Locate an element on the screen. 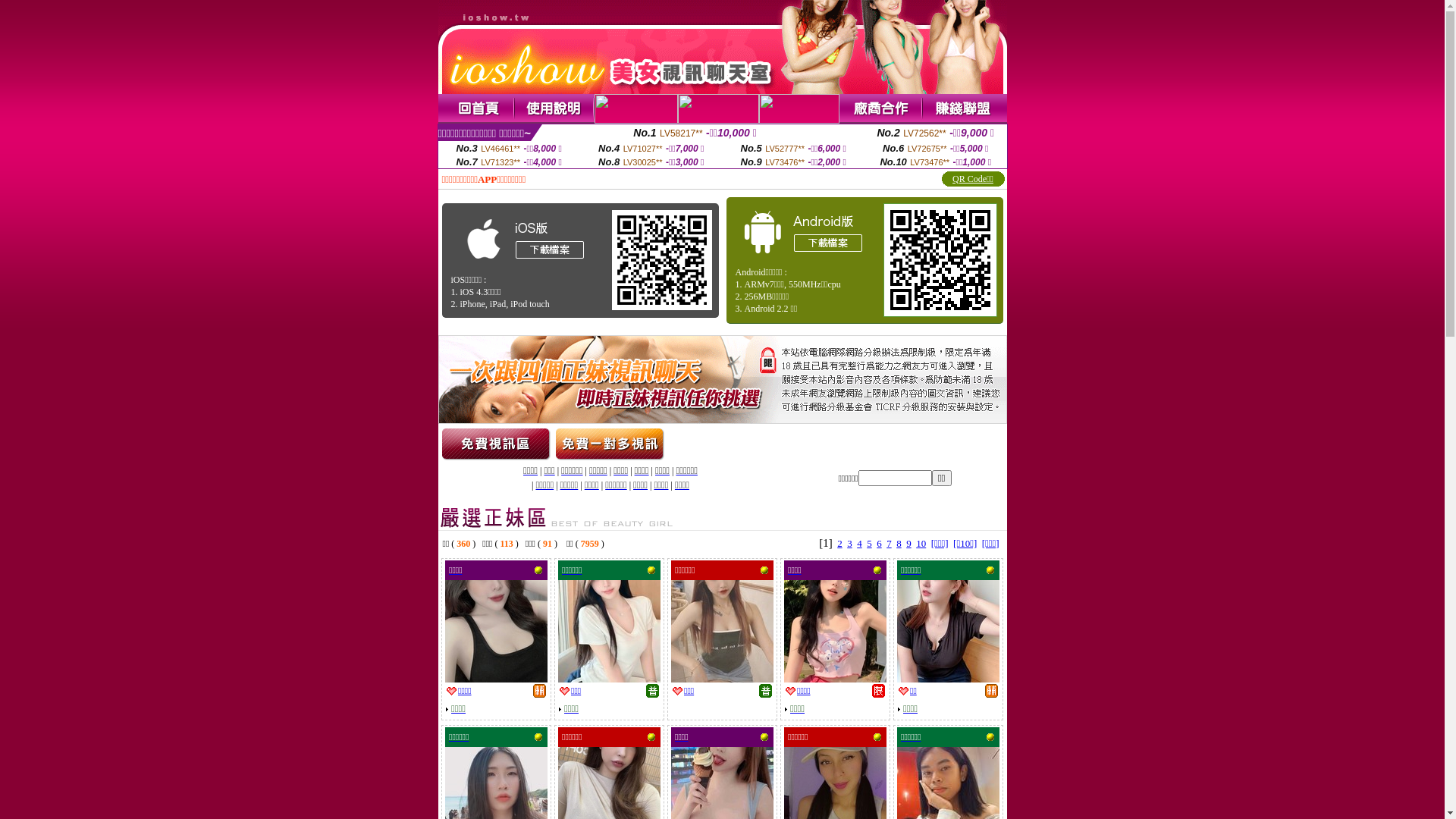 This screenshot has width=1456, height=819. '10' is located at coordinates (915, 542).